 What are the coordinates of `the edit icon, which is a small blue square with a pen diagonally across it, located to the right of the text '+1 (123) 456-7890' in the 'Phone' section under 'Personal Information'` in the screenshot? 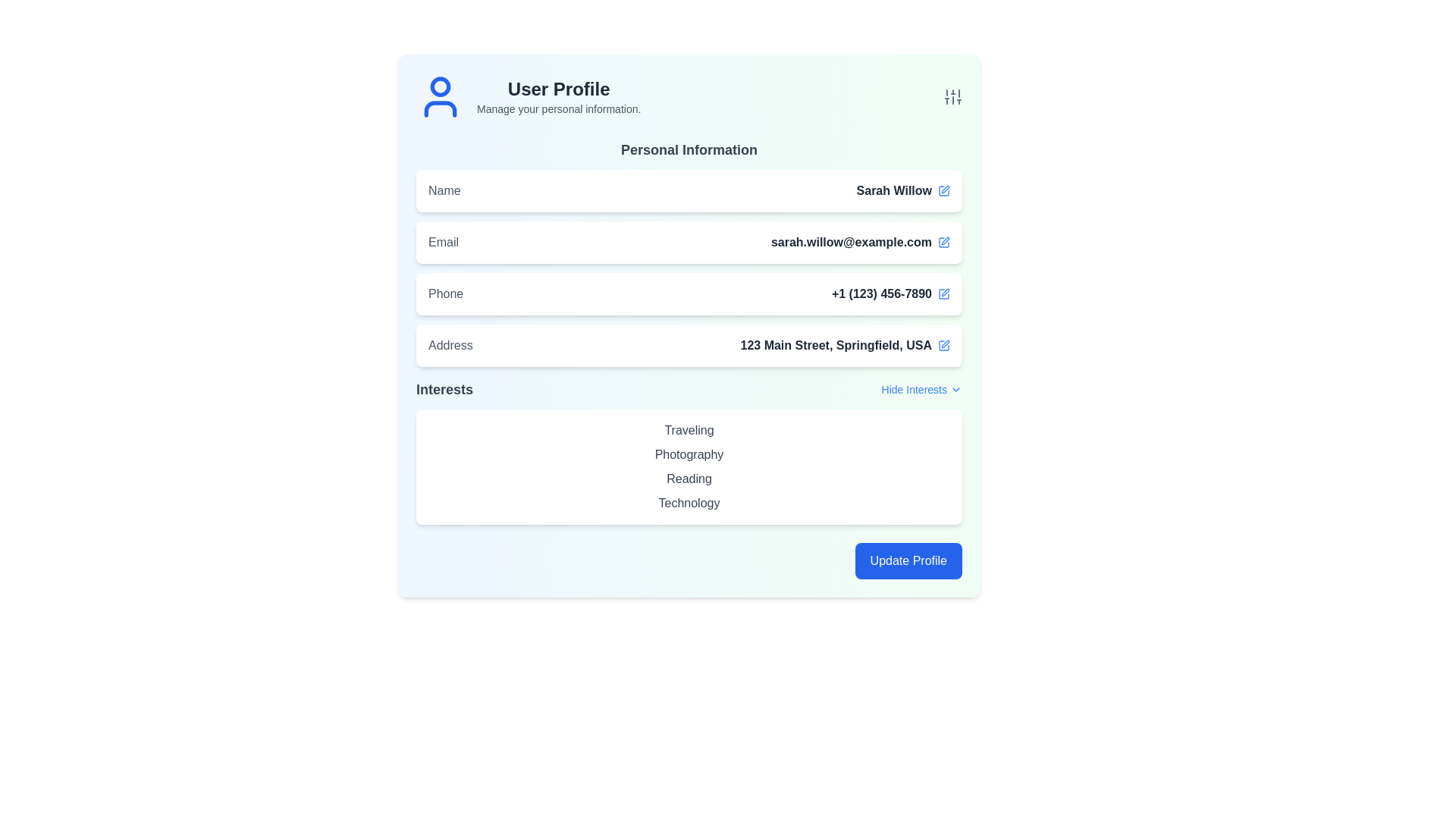 It's located at (943, 294).